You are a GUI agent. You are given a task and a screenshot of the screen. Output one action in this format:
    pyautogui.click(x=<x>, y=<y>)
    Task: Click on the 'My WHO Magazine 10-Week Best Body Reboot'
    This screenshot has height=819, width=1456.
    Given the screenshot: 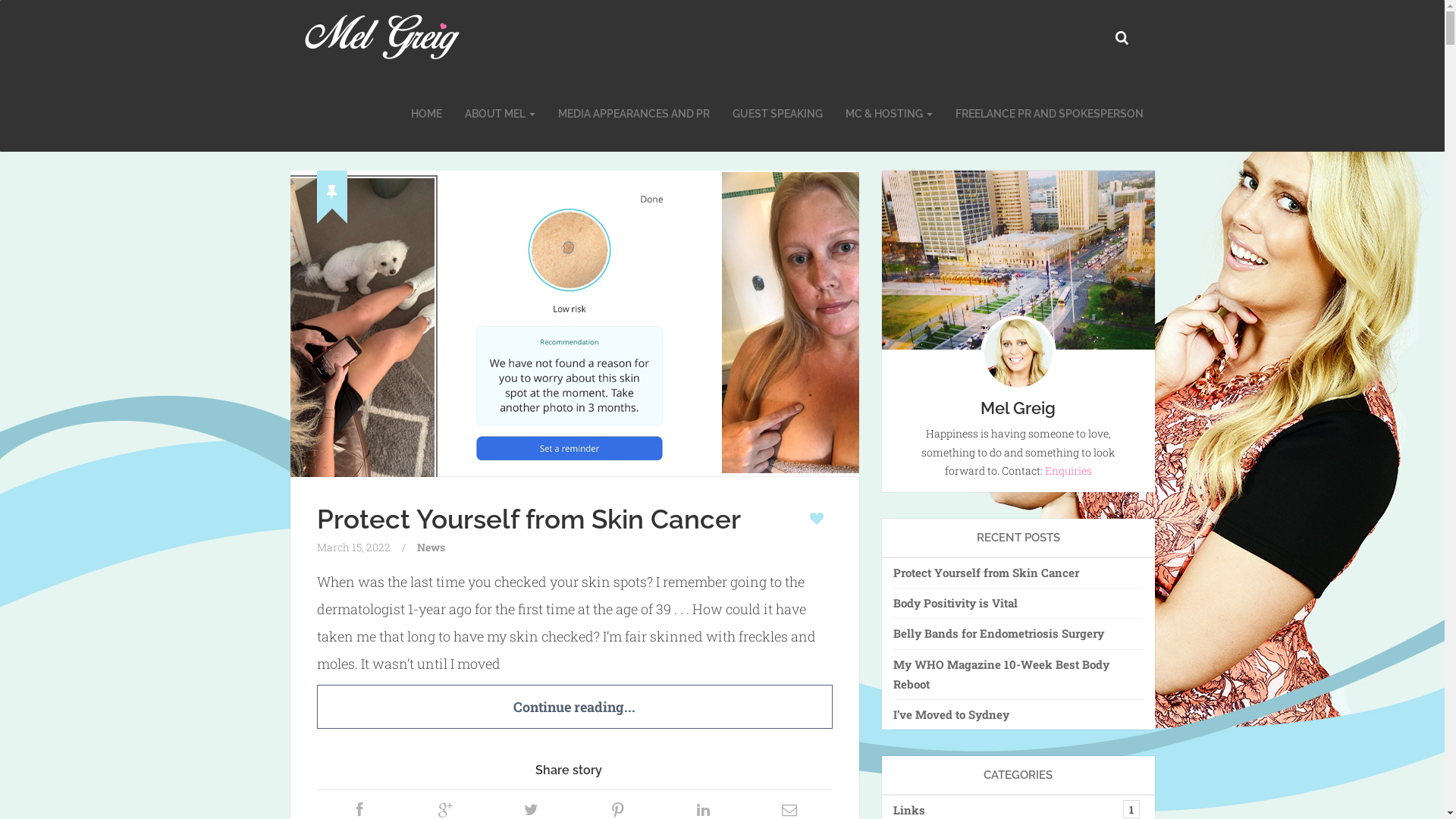 What is the action you would take?
    pyautogui.click(x=1018, y=673)
    